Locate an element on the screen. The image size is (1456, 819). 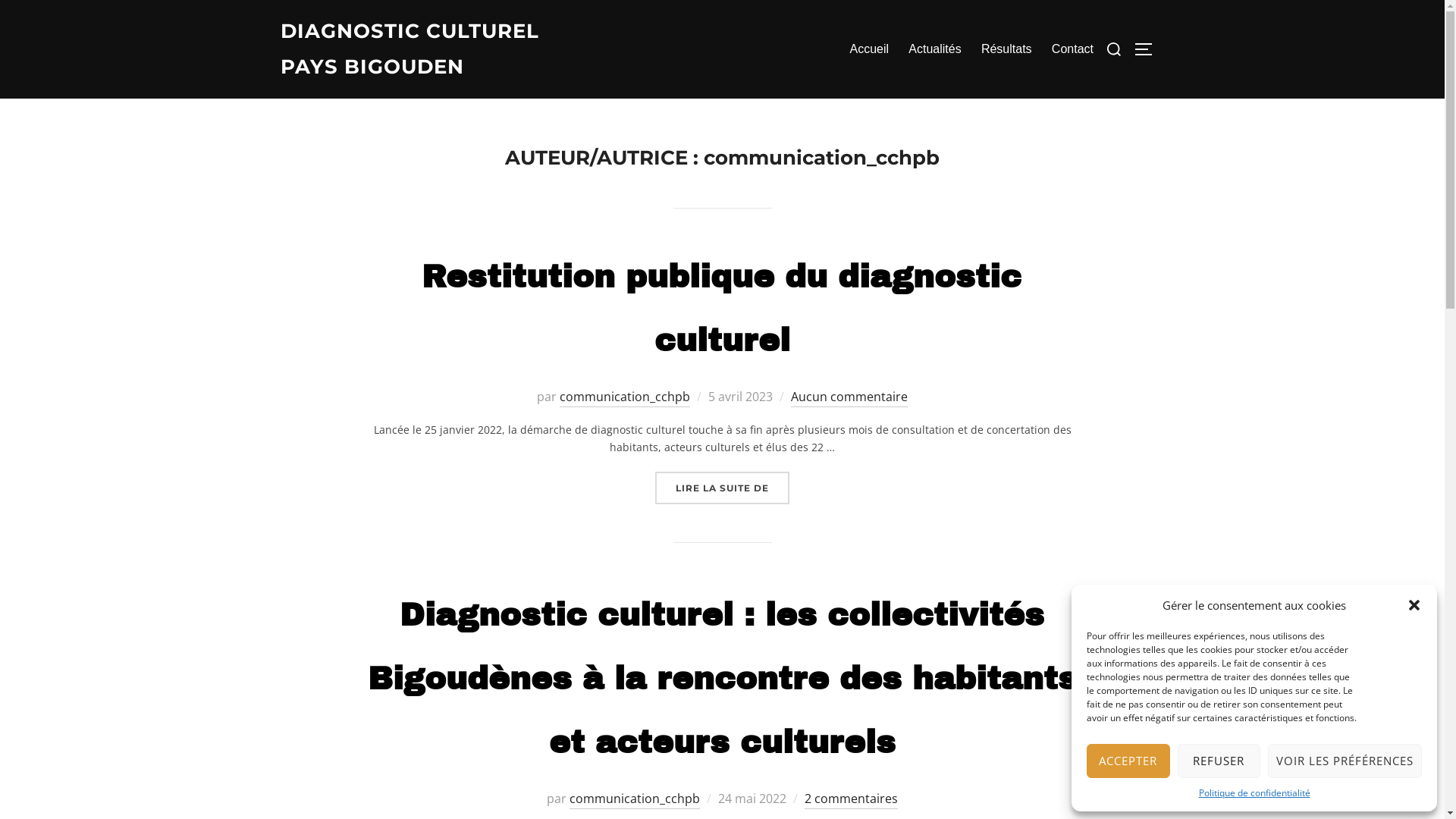
'REFUSER' is located at coordinates (1219, 761).